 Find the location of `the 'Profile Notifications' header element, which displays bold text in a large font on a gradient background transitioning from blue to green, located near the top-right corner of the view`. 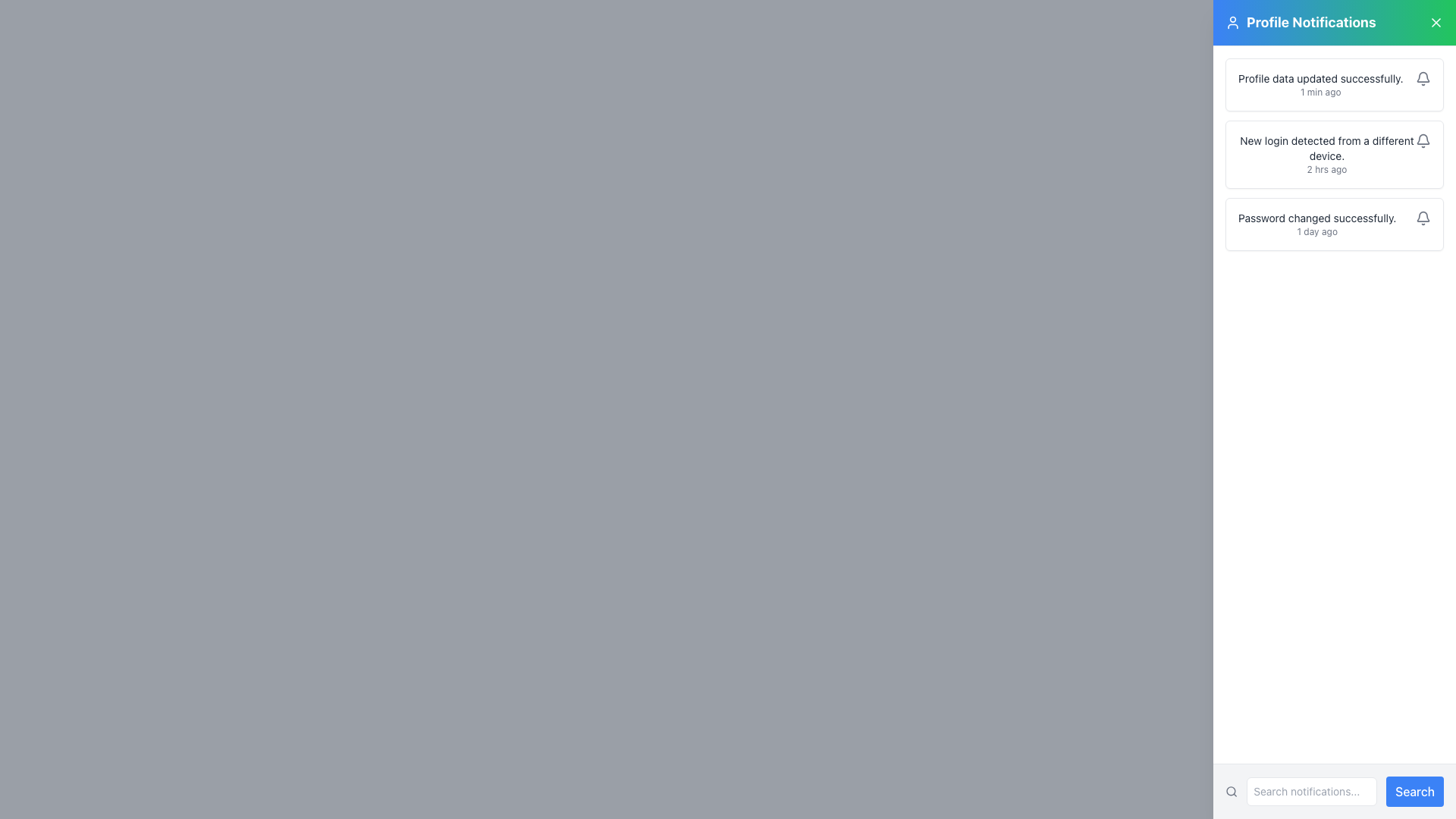

the 'Profile Notifications' header element, which displays bold text in a large font on a gradient background transitioning from blue to green, located near the top-right corner of the view is located at coordinates (1310, 23).